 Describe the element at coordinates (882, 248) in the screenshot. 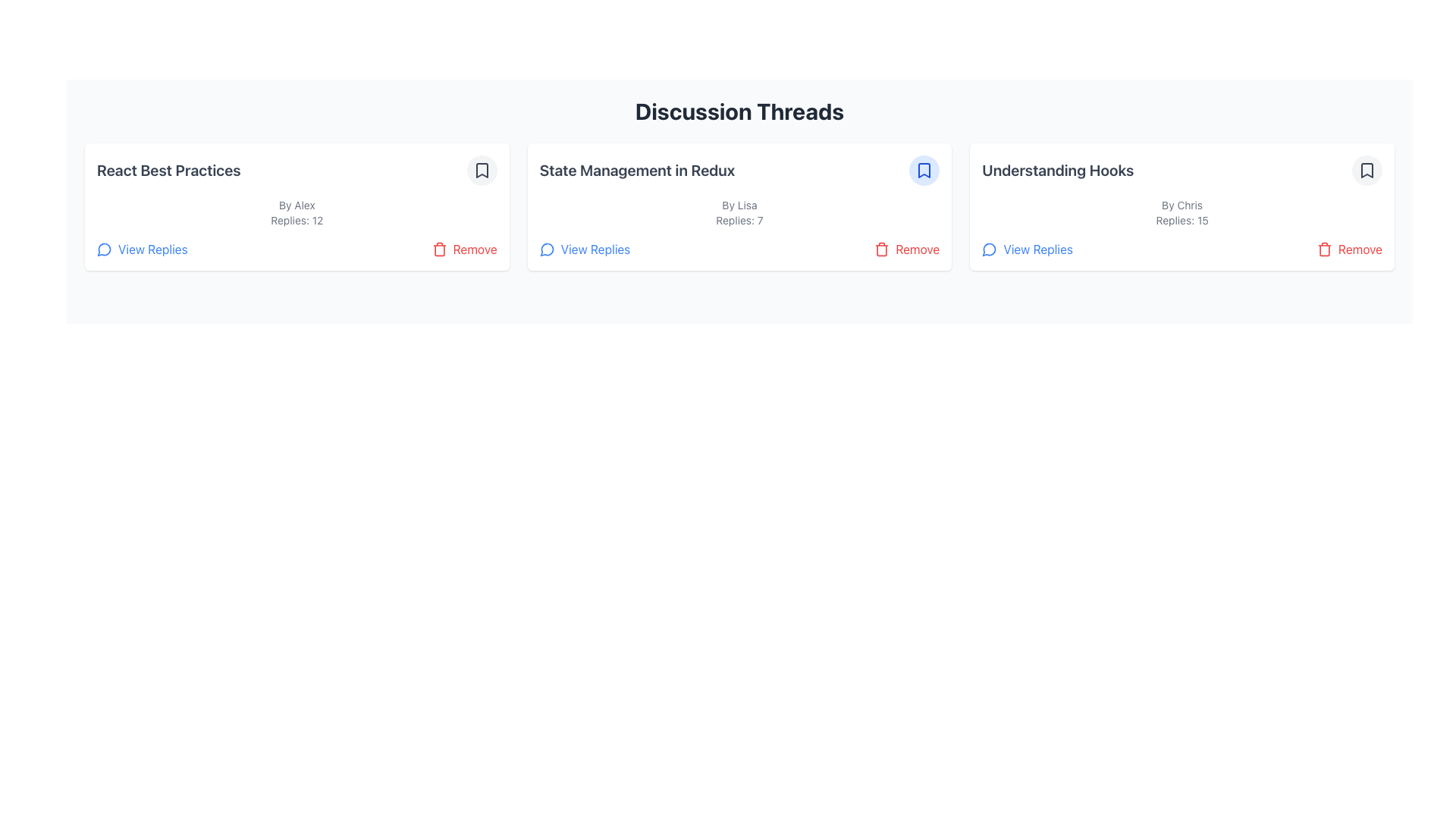

I see `the vivid red trash bin icon located at the bottom-right corner of the 'State Management in Redux' discussion card to initiate a removal action` at that location.